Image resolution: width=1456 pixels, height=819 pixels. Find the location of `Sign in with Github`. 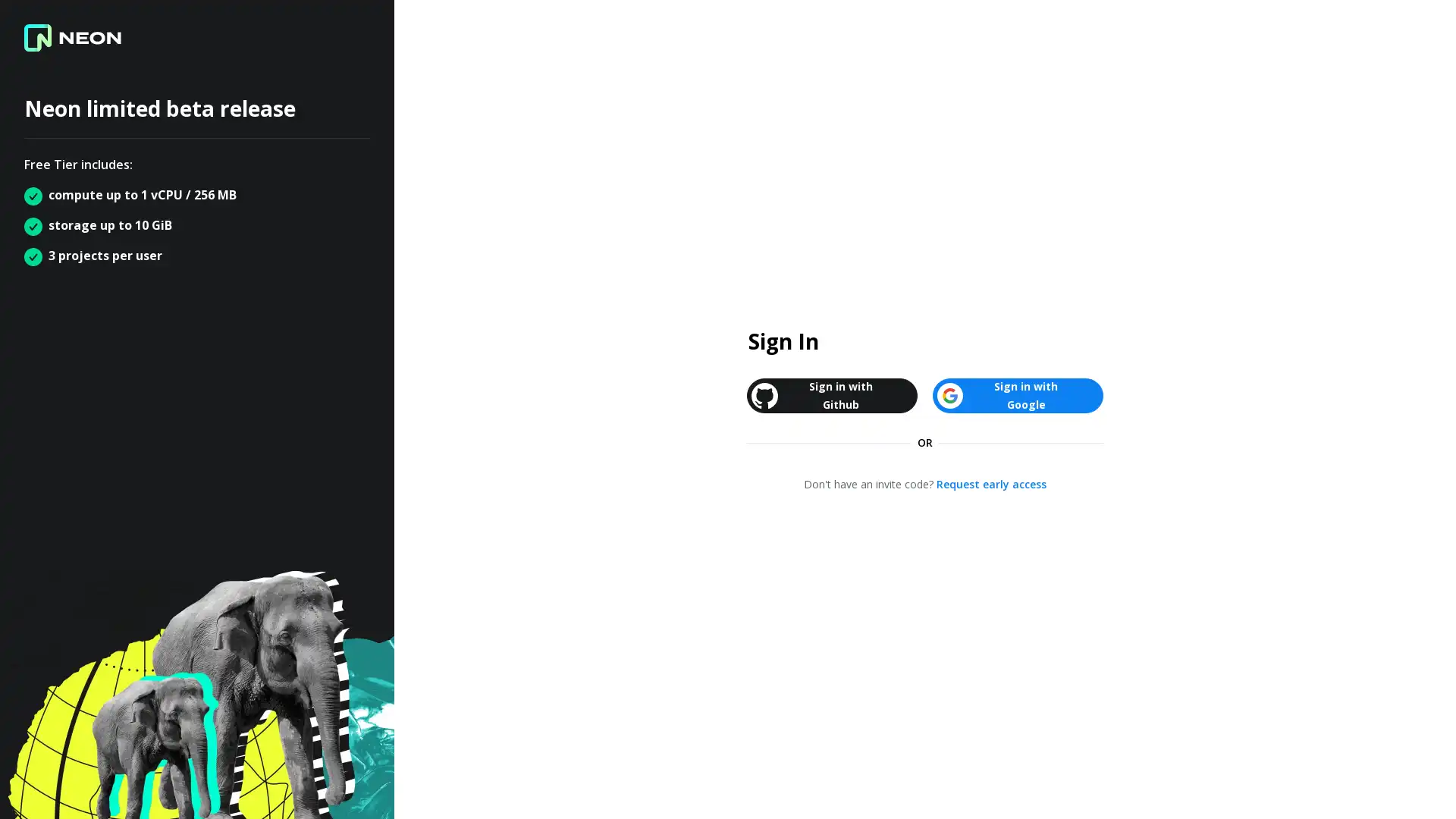

Sign in with Github is located at coordinates (831, 394).